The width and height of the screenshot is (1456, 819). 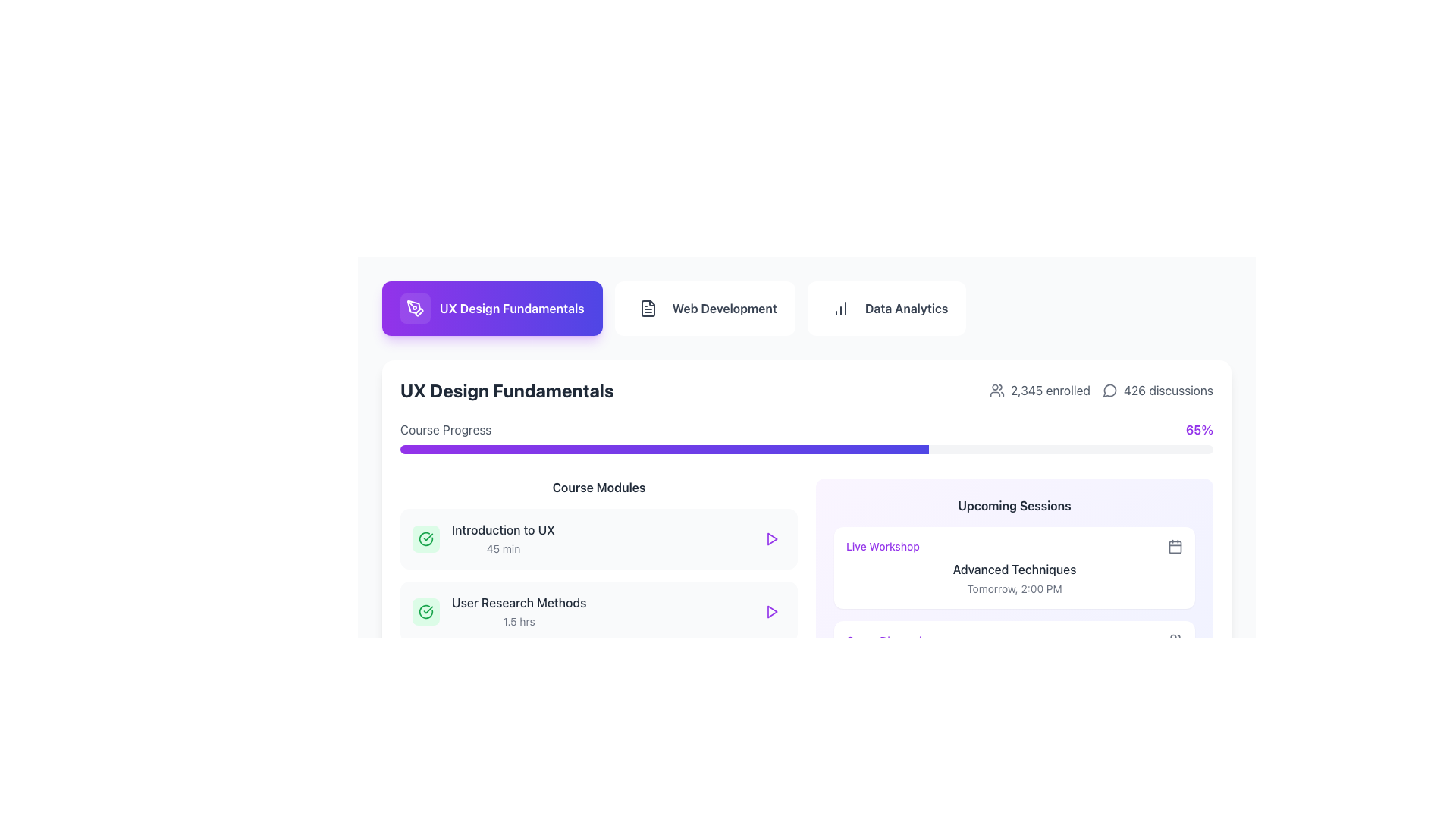 What do you see at coordinates (1050, 390) in the screenshot?
I see `the static text displaying the number of individuals enrolled in a specific course, located to the right of the users icon` at bounding box center [1050, 390].